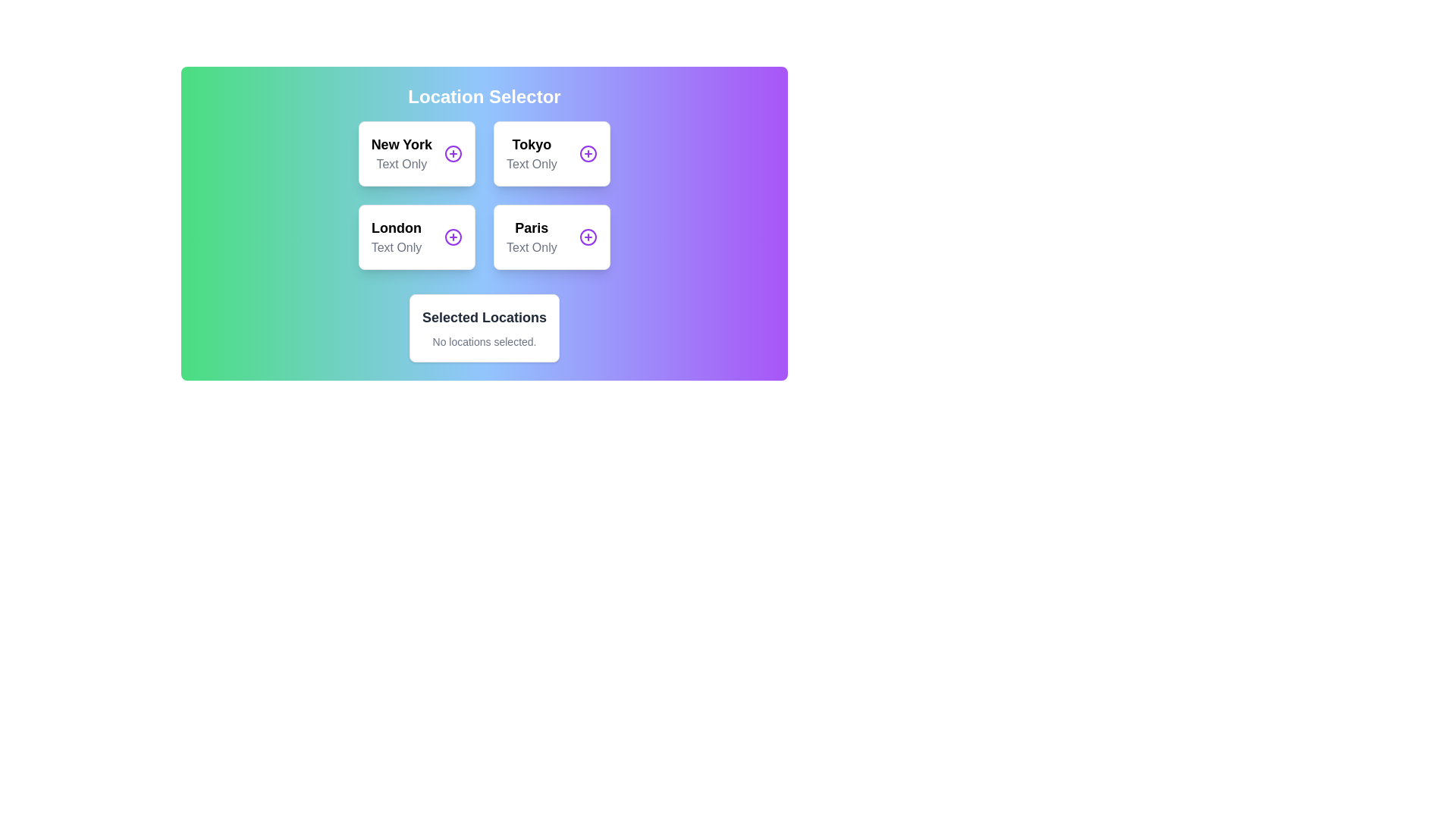  Describe the element at coordinates (453, 154) in the screenshot. I see `the button located at the top-right corner within the box labeled 'New York'` at that location.